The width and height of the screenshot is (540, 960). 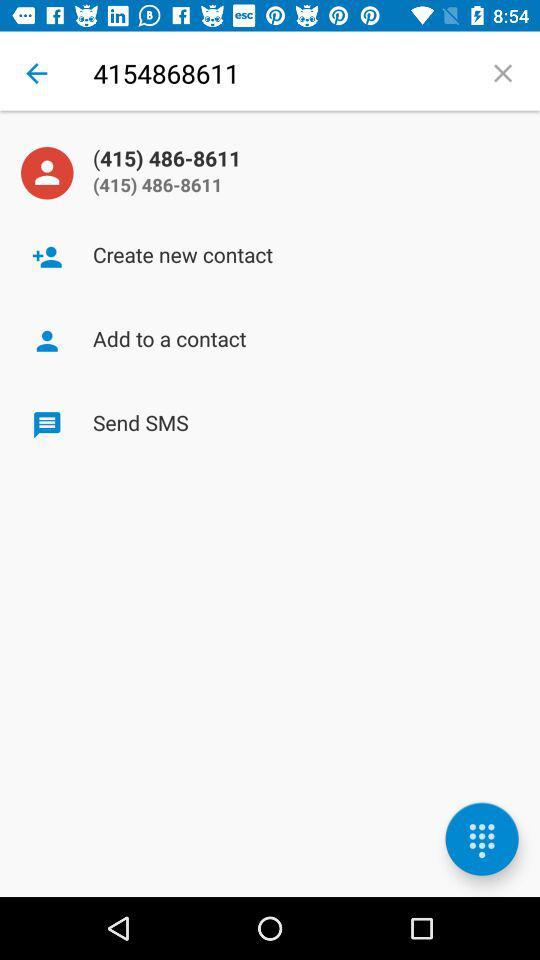 I want to click on the icon on left side of text send sms, so click(x=47, y=425).